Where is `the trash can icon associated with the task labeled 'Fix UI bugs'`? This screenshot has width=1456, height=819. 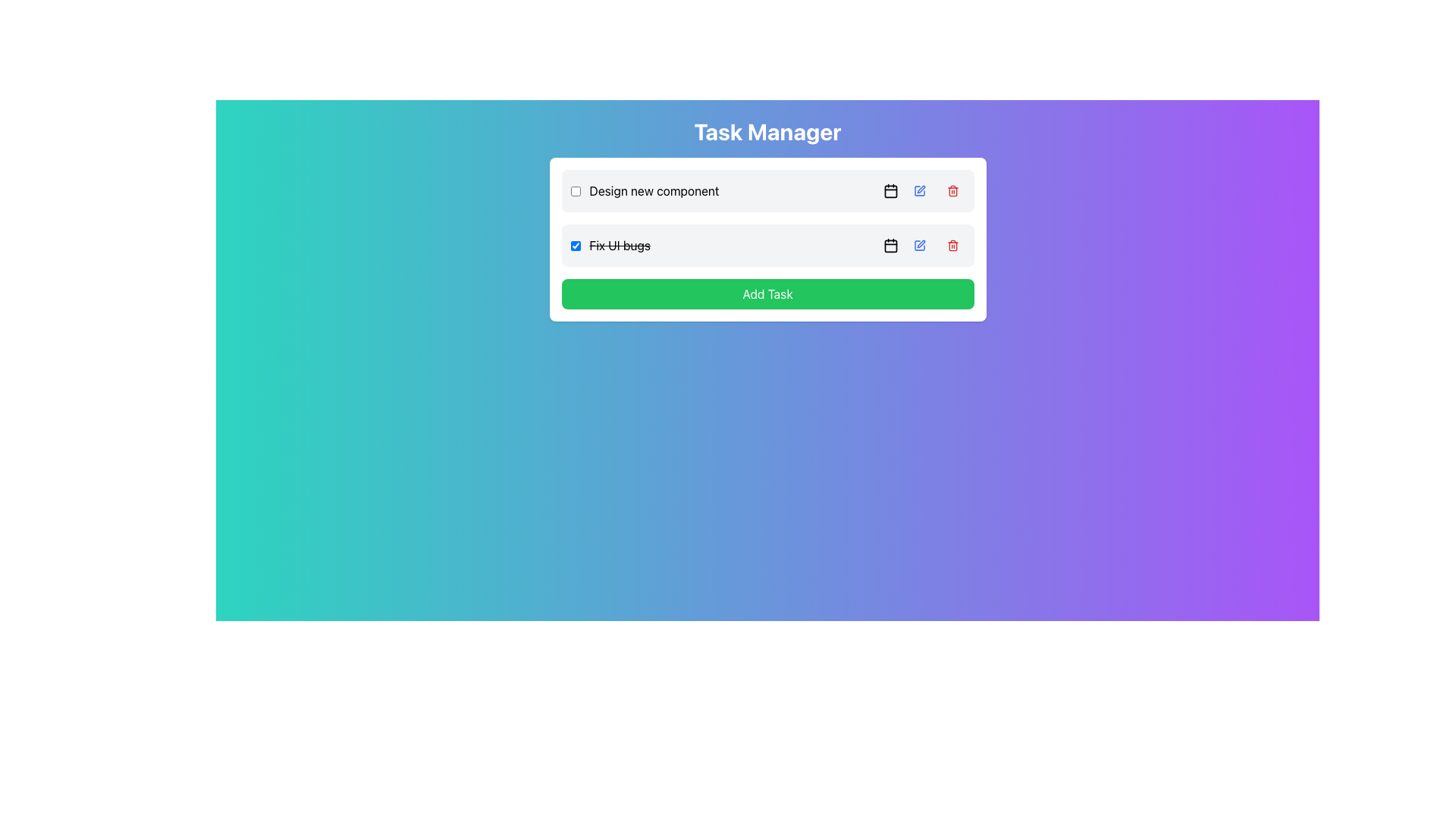 the trash can icon associated with the task labeled 'Fix UI bugs' is located at coordinates (952, 191).